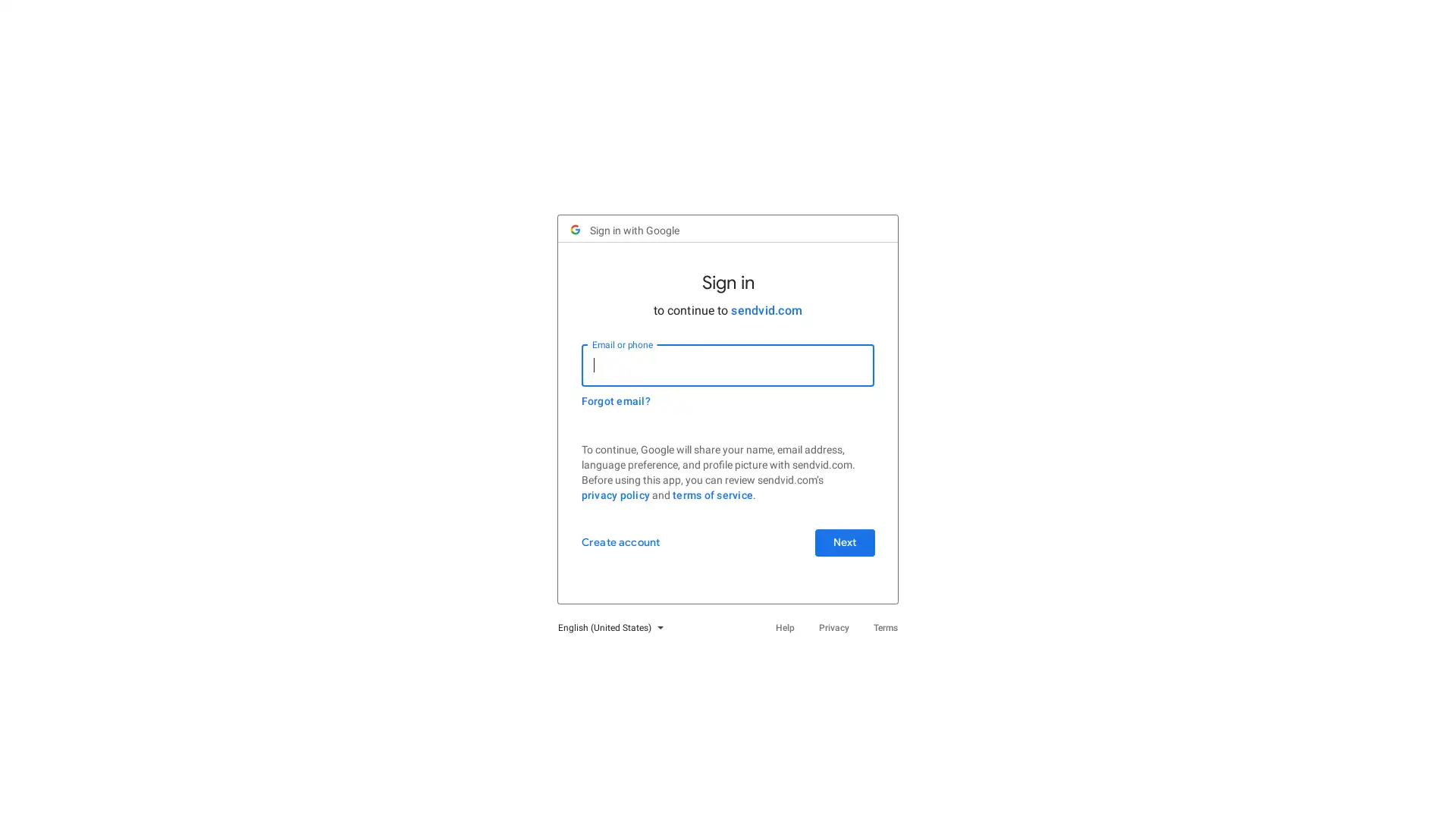 The image size is (1456, 819). I want to click on Forgot email?, so click(623, 406).